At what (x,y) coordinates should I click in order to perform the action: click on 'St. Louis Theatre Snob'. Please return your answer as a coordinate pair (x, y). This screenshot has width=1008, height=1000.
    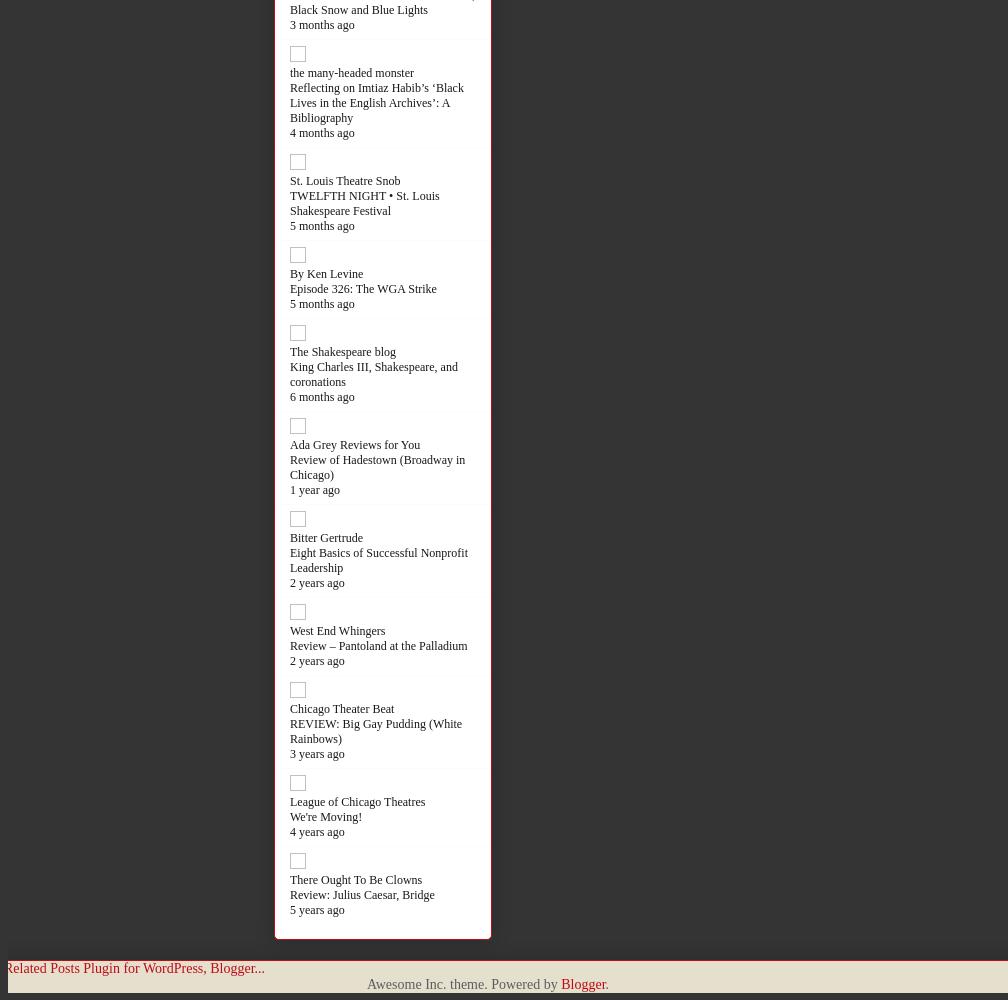
    Looking at the image, I should click on (290, 180).